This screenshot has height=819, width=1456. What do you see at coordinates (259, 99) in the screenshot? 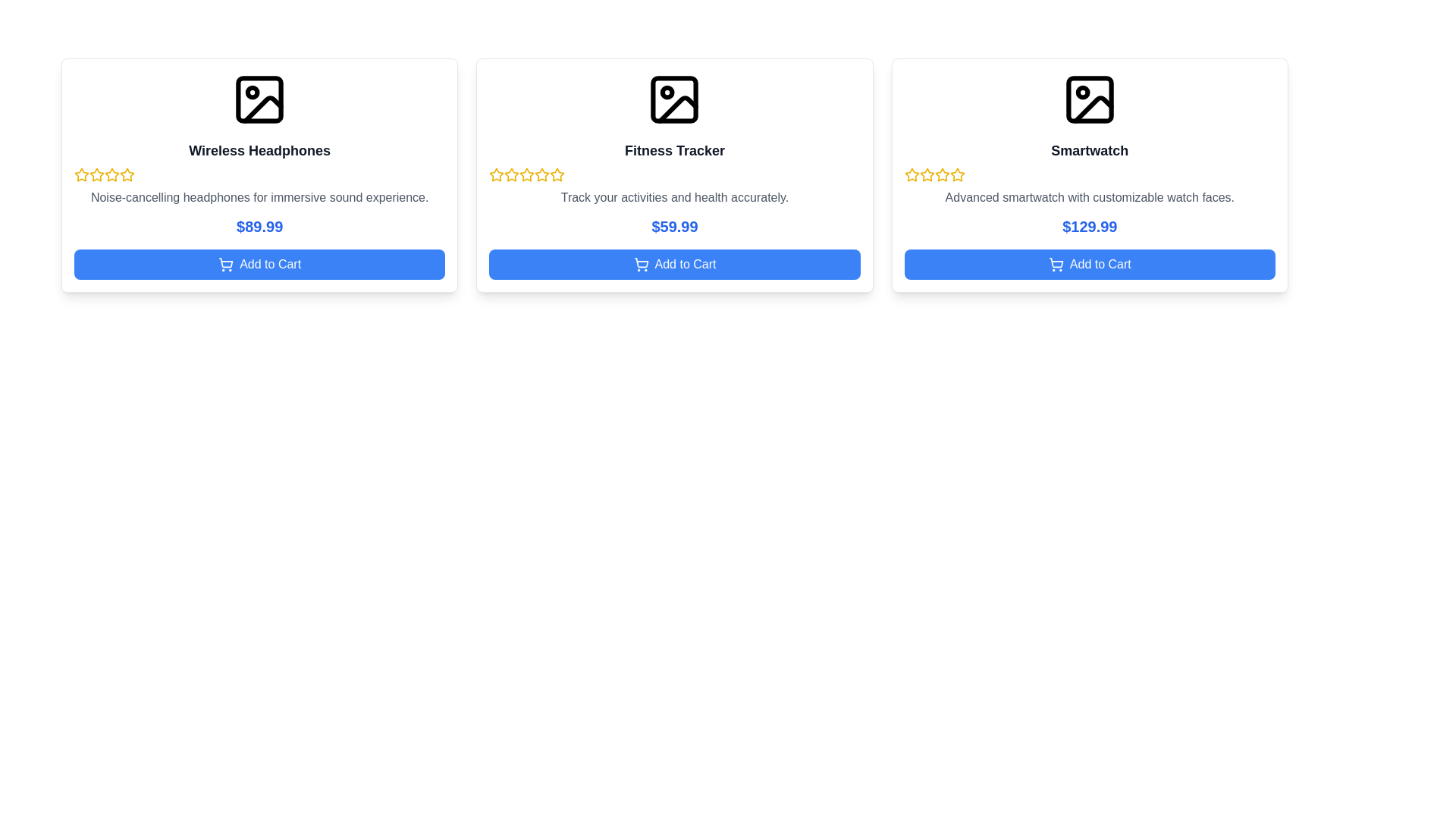
I see `the prominent black and white image placeholder at the top-center of the 'Wireless Headphones' product card` at bounding box center [259, 99].